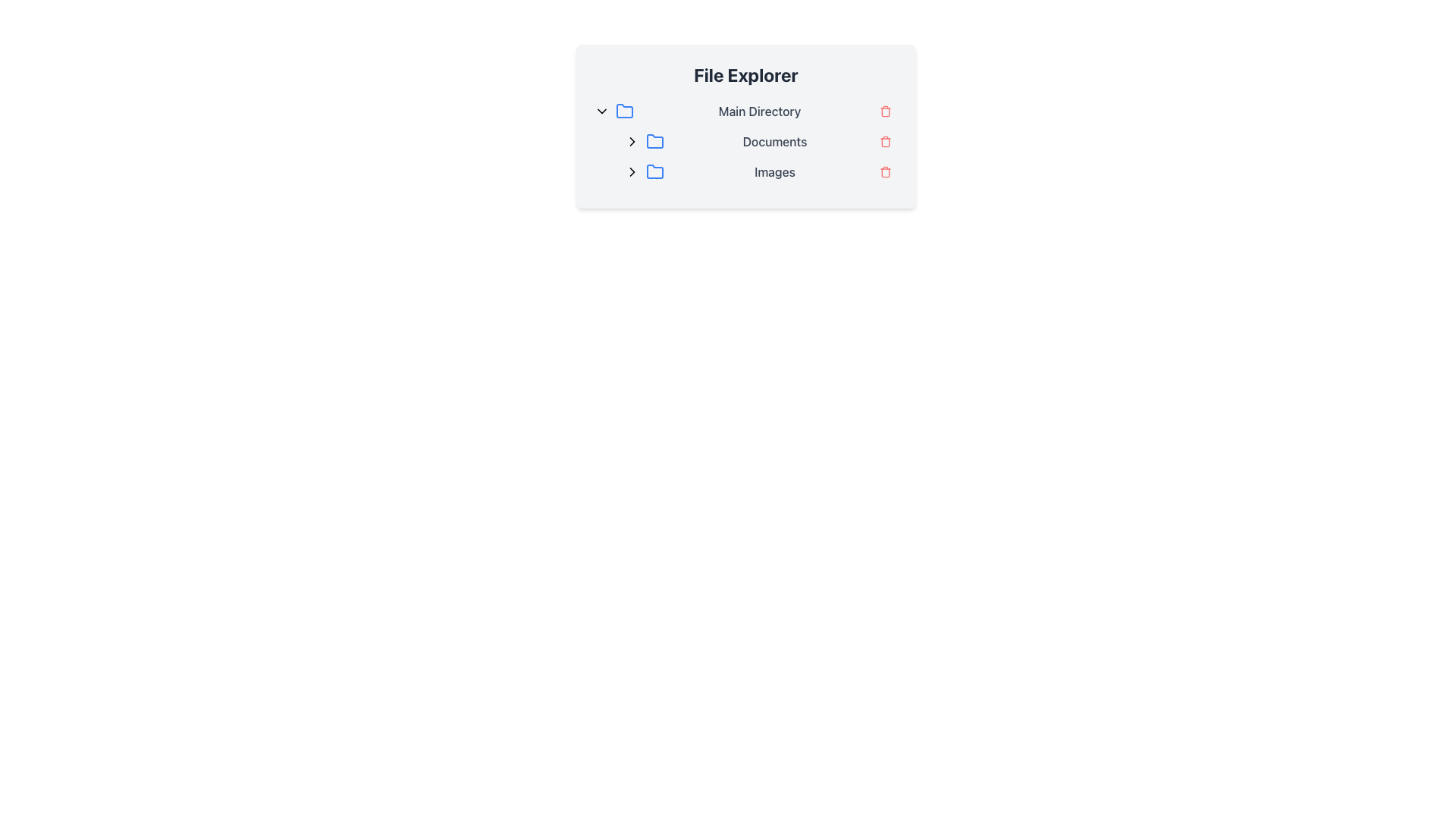 This screenshot has width=1456, height=819. I want to click on the folder icon with a blue outline located to the left of the 'Main Directory' label in the file explorer interface, so click(625, 110).